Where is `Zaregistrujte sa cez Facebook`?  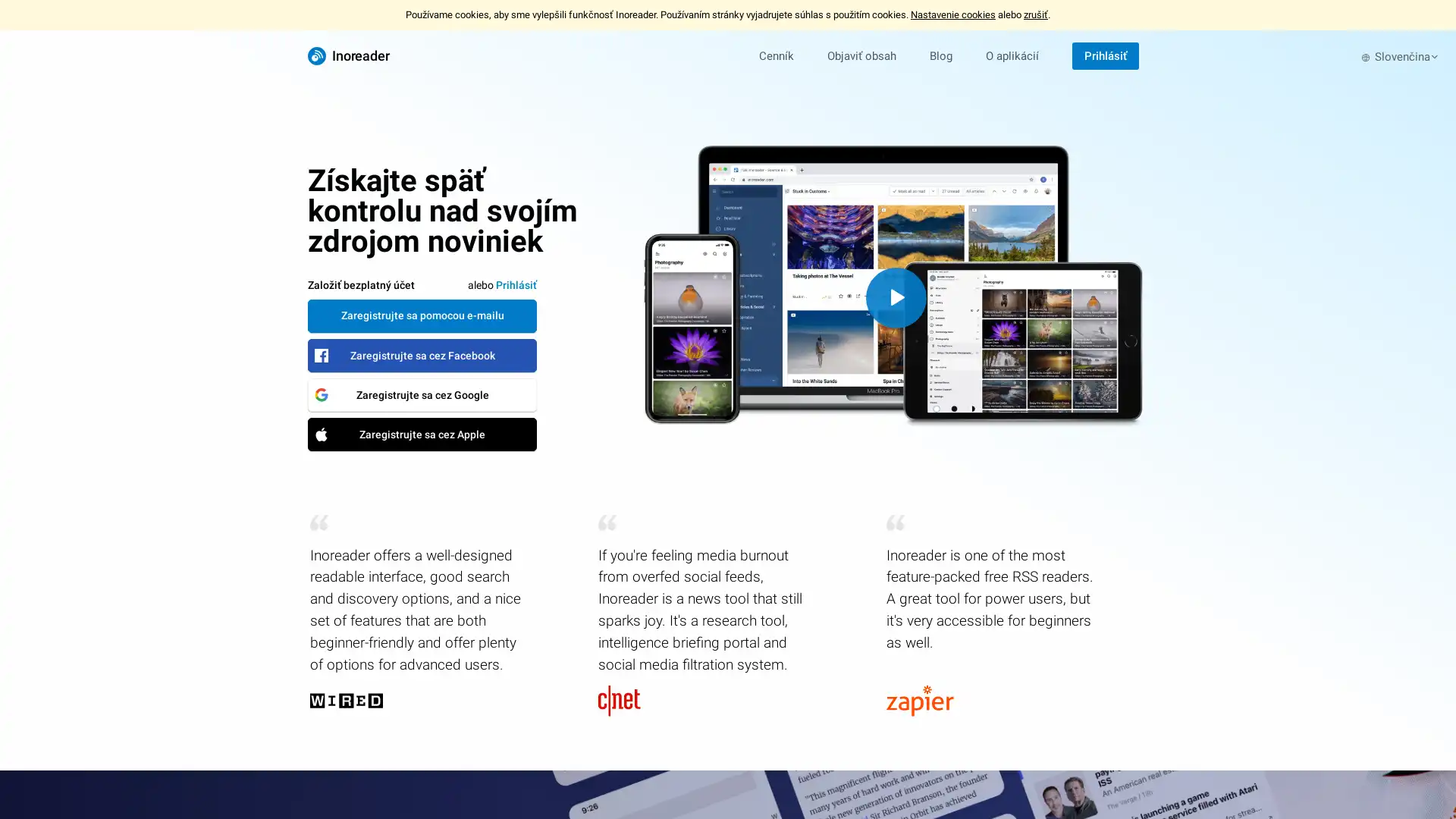
Zaregistrujte sa cez Facebook is located at coordinates (422, 354).